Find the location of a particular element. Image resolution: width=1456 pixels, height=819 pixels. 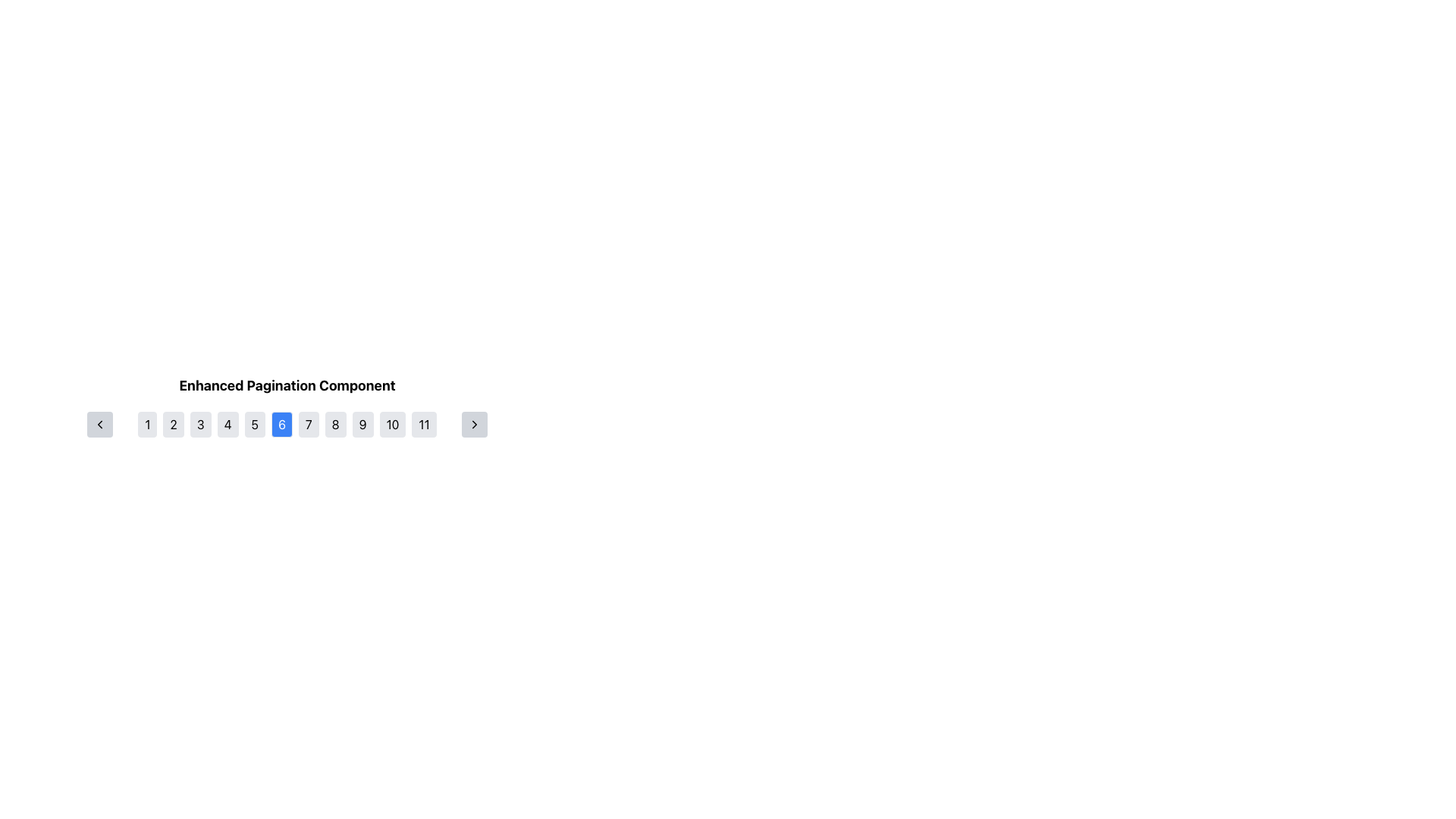

the button labeled '9' with a light gray background and black number at its center is located at coordinates (362, 424).